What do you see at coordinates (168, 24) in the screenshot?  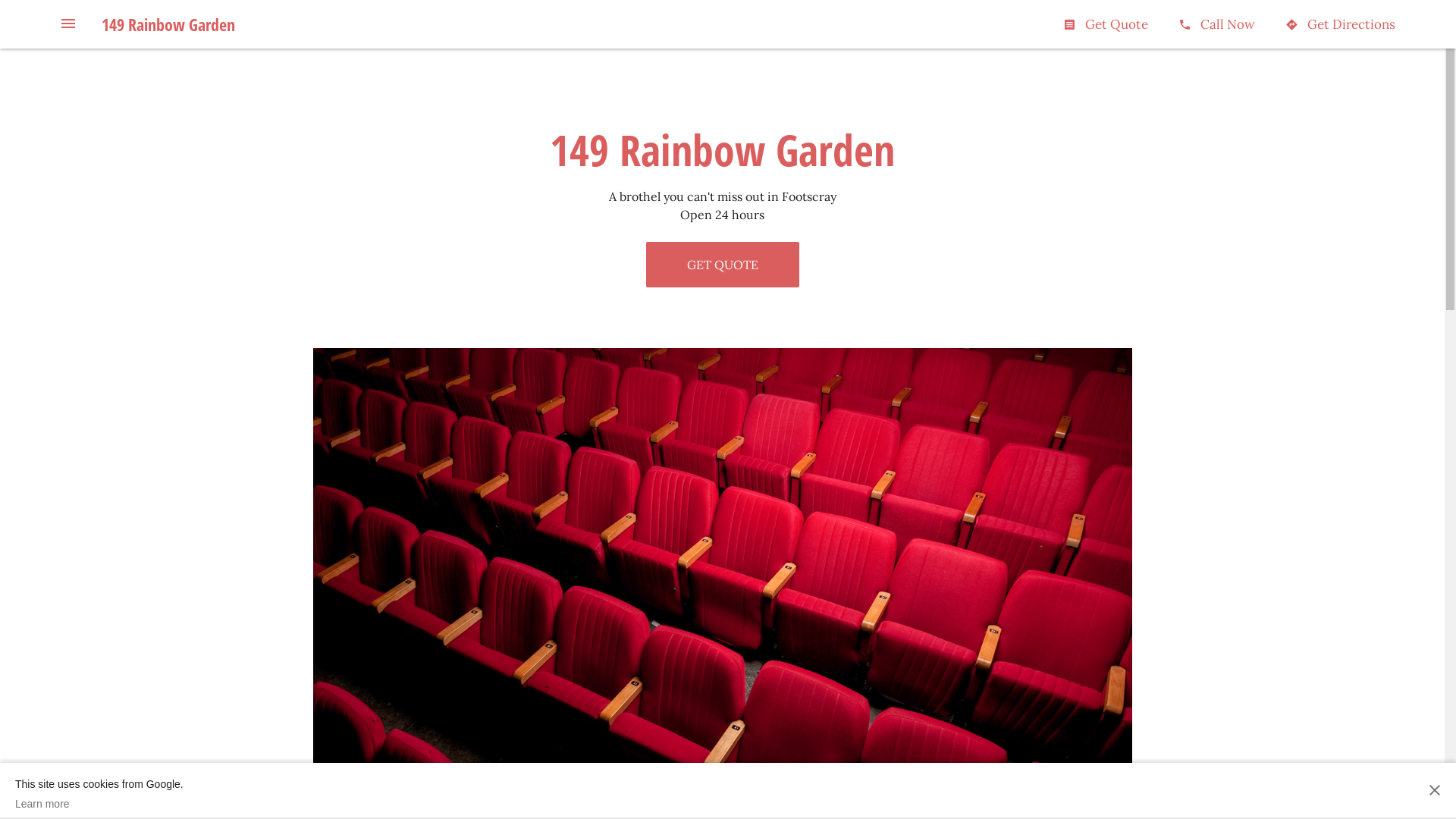 I see `'149 Rainbow Garden'` at bounding box center [168, 24].